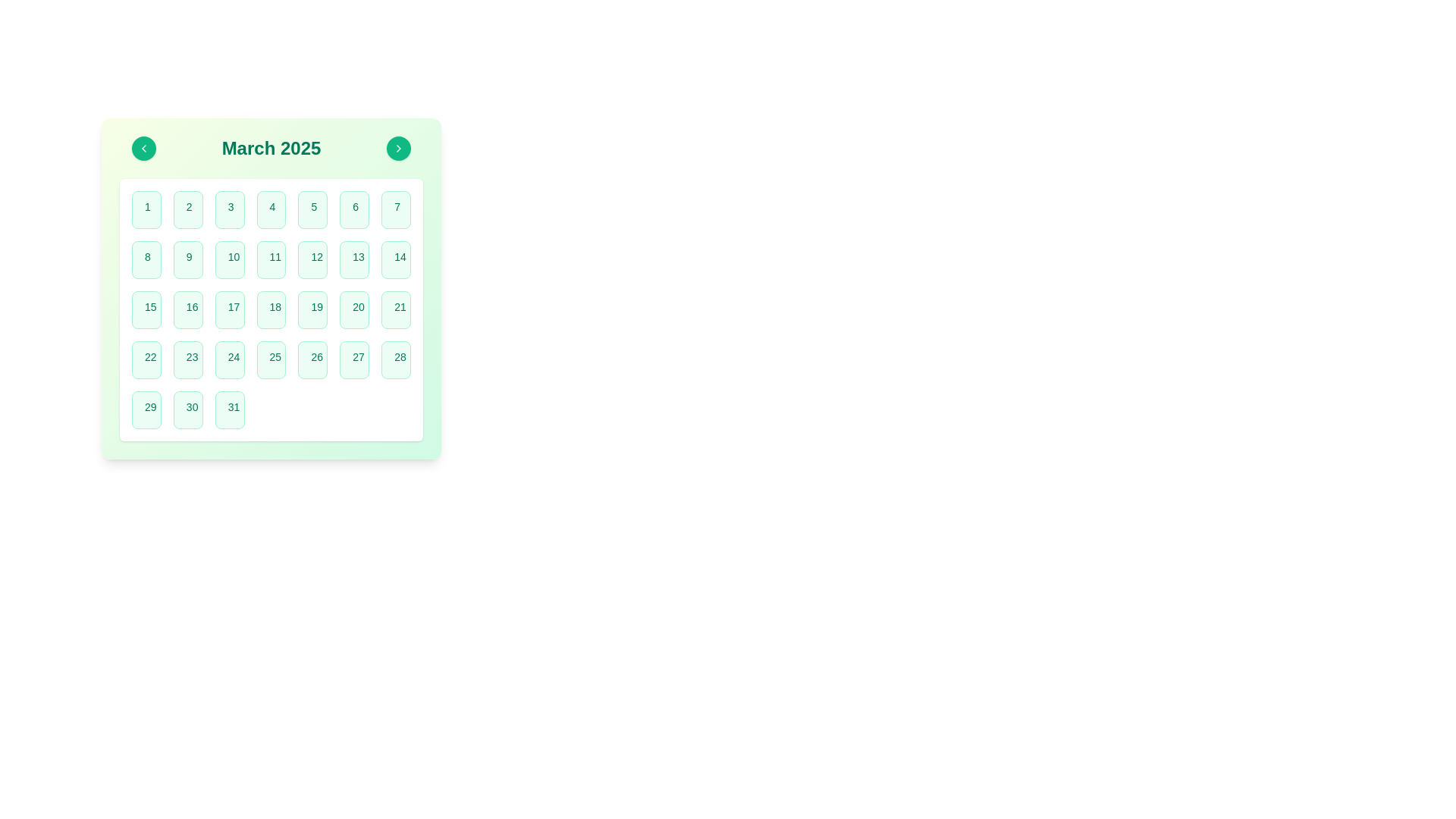 The image size is (1456, 819). Describe the element at coordinates (146, 259) in the screenshot. I see `the button-like calendar box element representing March 8th, which has a light green background and the number '8' in the center` at that location.